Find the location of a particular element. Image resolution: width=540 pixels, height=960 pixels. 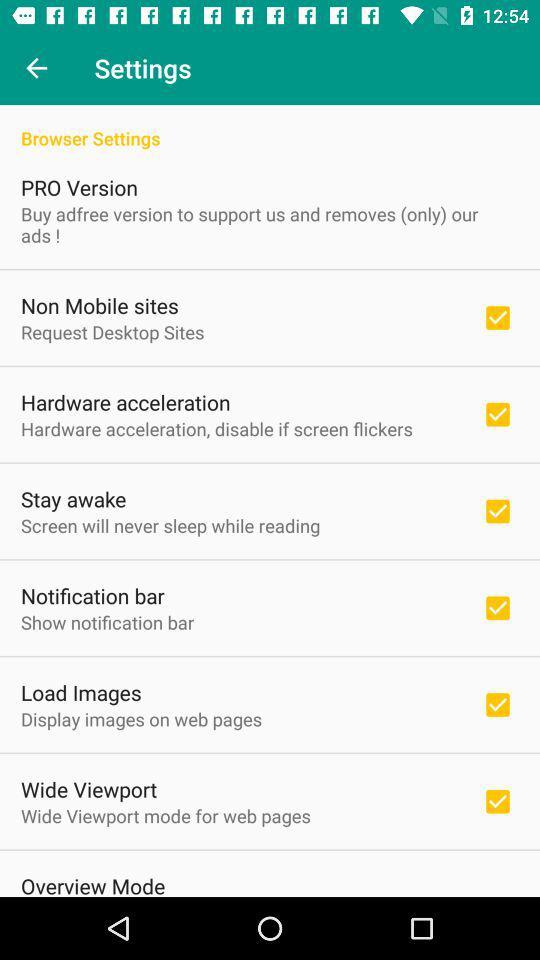

request desktop sites item is located at coordinates (112, 332).